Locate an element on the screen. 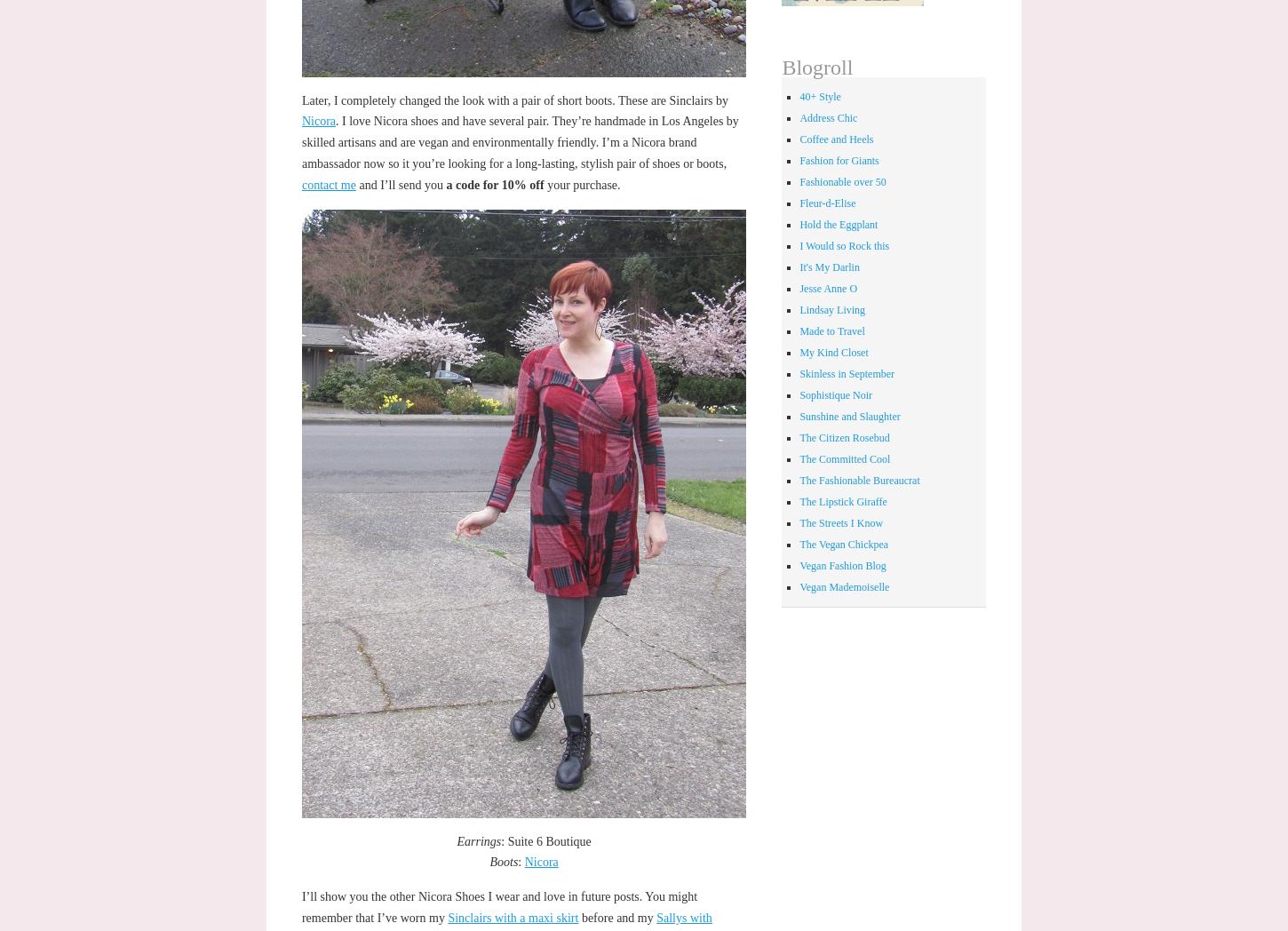 The image size is (1288, 931). 'The Lipstick Giraffe' is located at coordinates (842, 500).